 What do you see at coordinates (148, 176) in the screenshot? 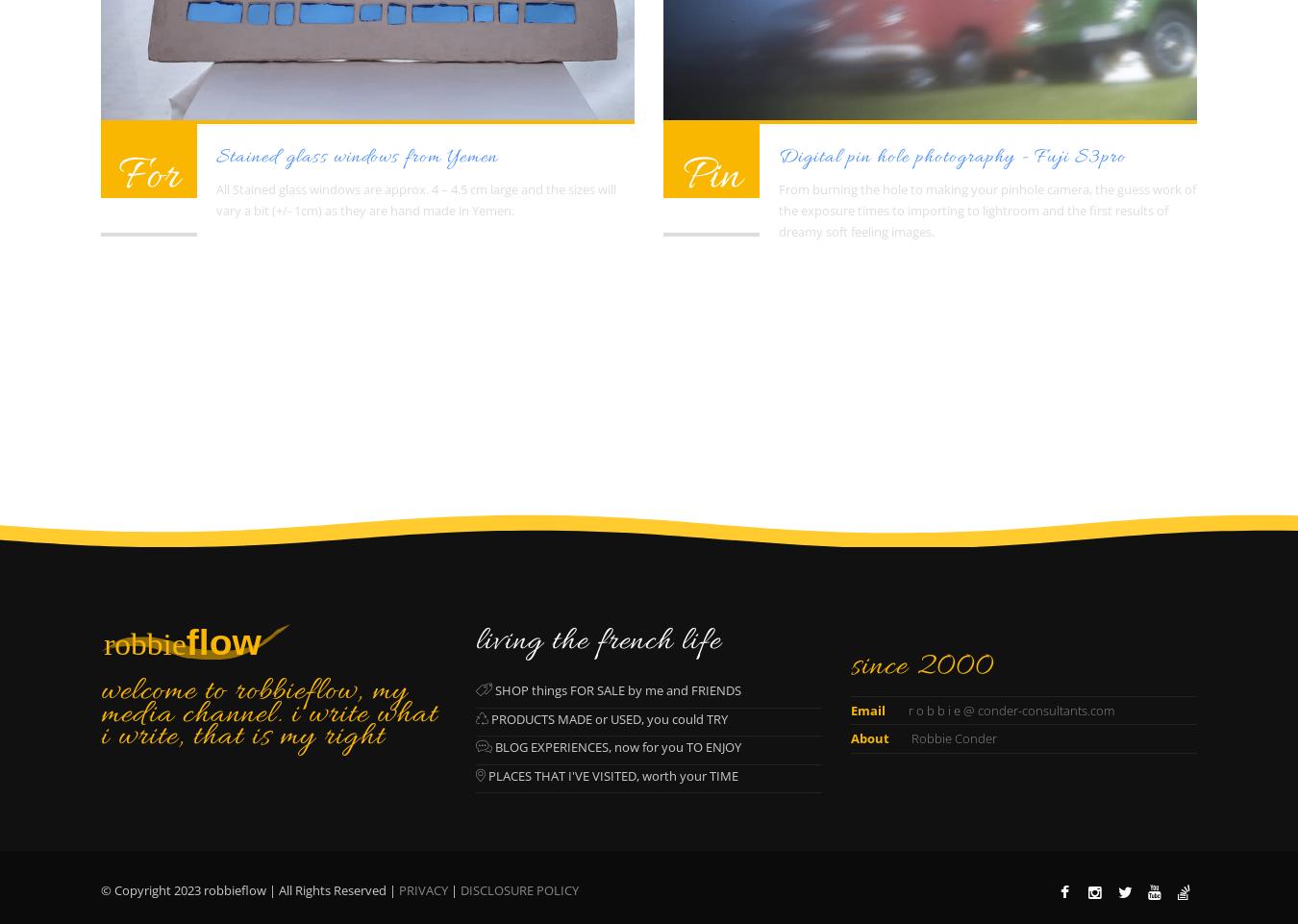
I see `'For'` at bounding box center [148, 176].